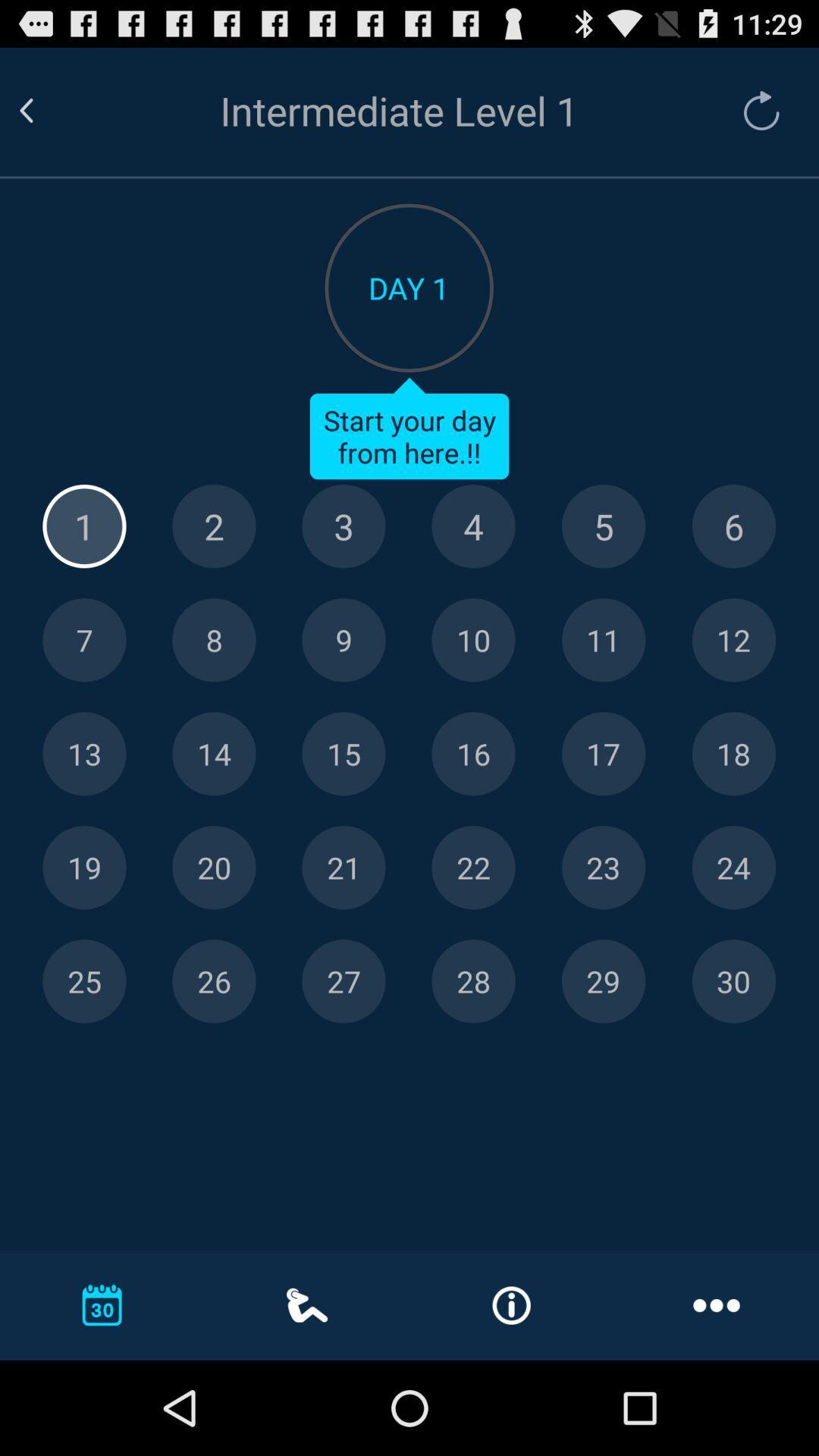 The image size is (819, 1456). Describe the element at coordinates (214, 927) in the screenshot. I see `the skip_next icon` at that location.